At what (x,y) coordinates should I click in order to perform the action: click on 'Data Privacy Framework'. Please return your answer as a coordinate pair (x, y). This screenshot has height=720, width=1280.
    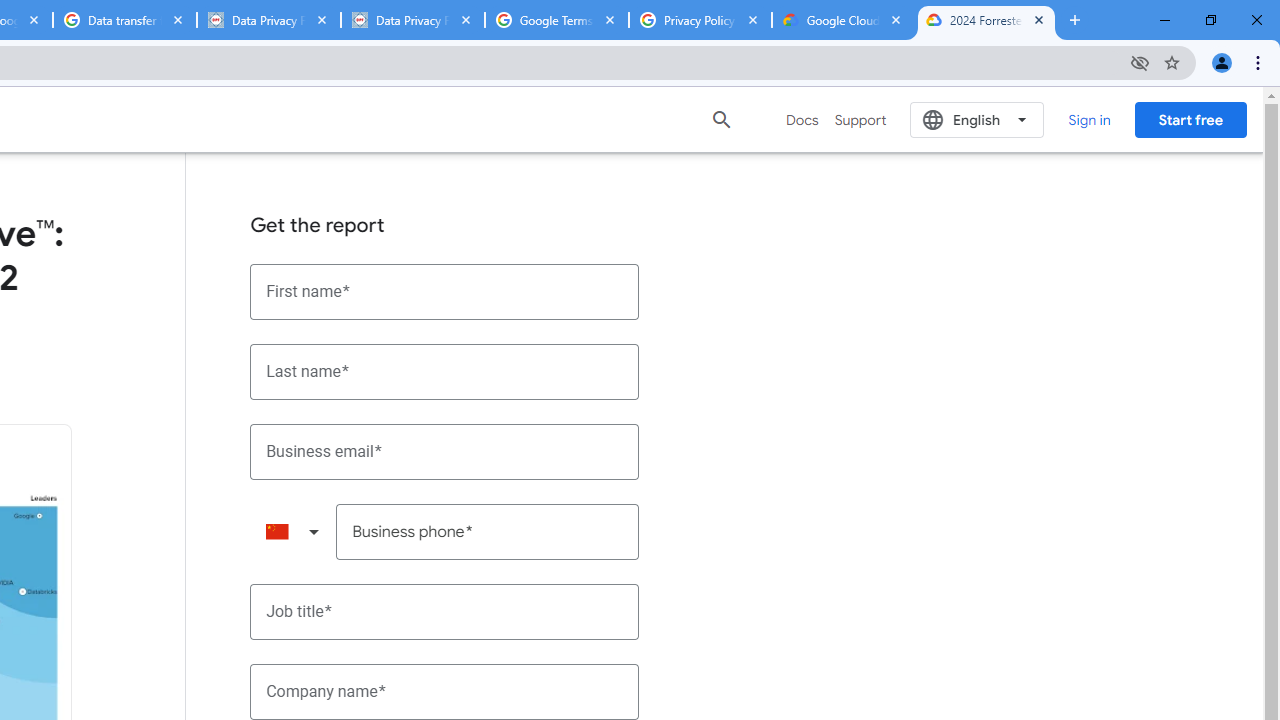
    Looking at the image, I should click on (411, 20).